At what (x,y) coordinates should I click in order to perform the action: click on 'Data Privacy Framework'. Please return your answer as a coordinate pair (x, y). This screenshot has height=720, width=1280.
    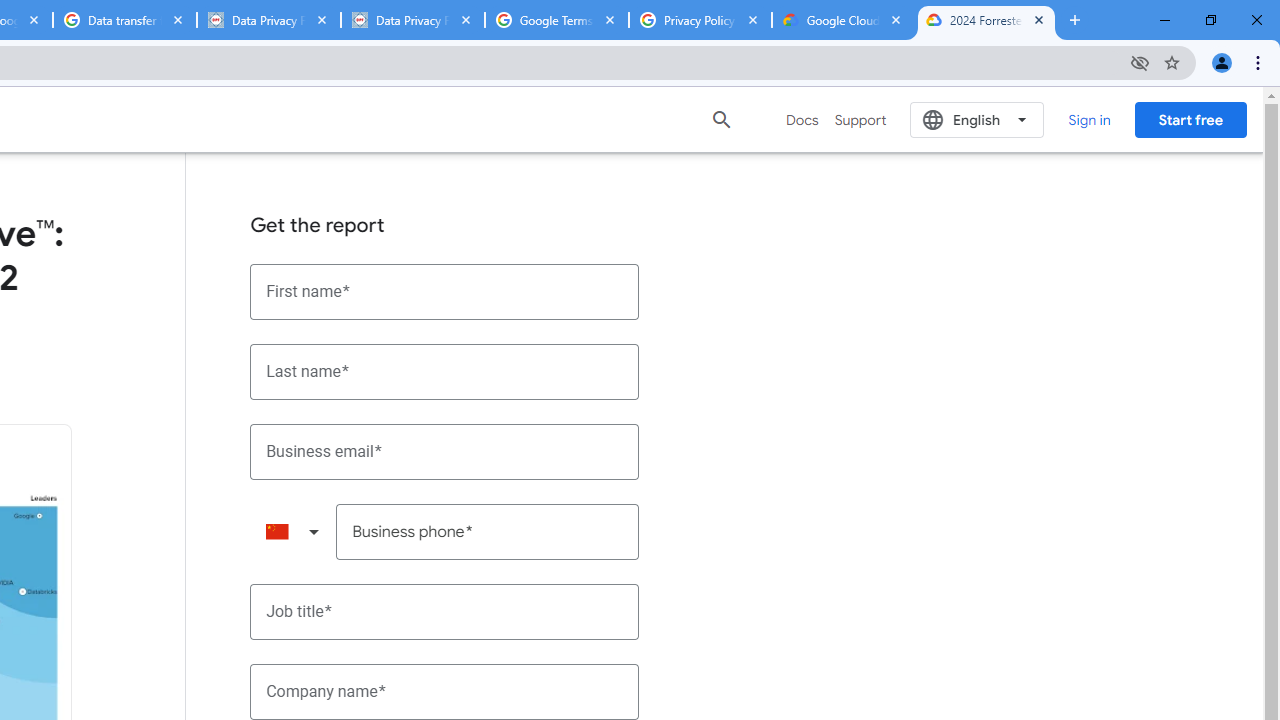
    Looking at the image, I should click on (411, 20).